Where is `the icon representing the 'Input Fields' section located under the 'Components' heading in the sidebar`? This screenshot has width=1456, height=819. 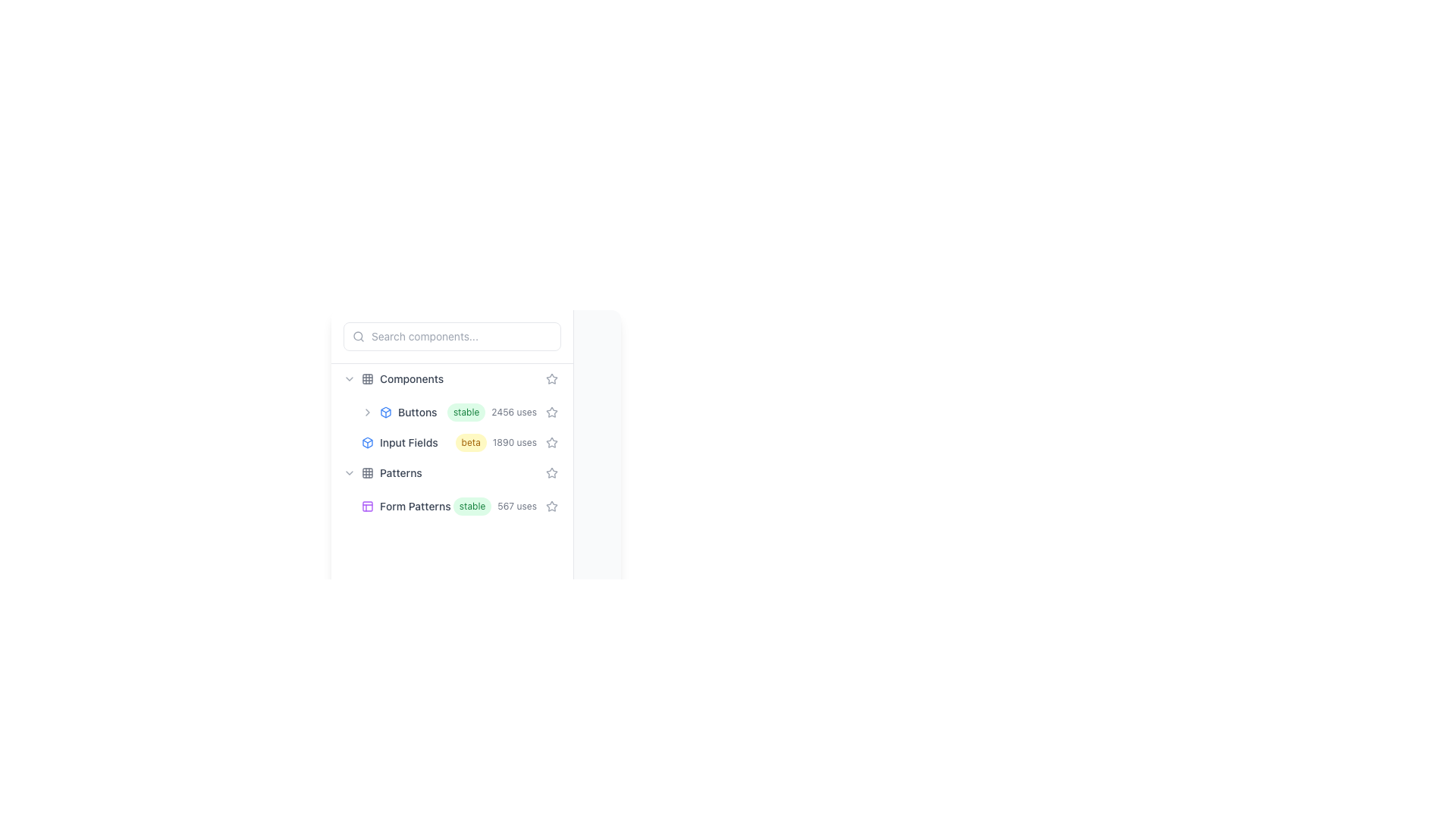 the icon representing the 'Input Fields' section located under the 'Components' heading in the sidebar is located at coordinates (367, 442).